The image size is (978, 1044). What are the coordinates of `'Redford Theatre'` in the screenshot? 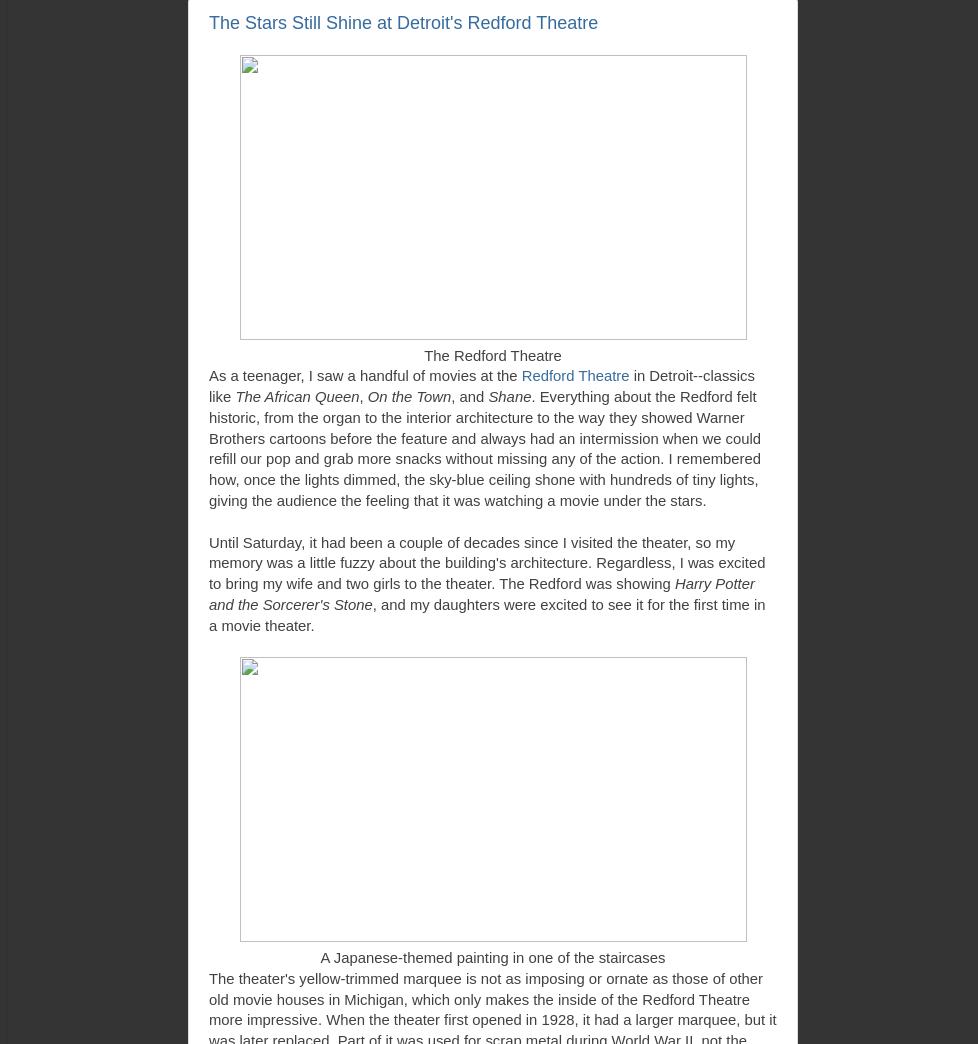 It's located at (574, 376).